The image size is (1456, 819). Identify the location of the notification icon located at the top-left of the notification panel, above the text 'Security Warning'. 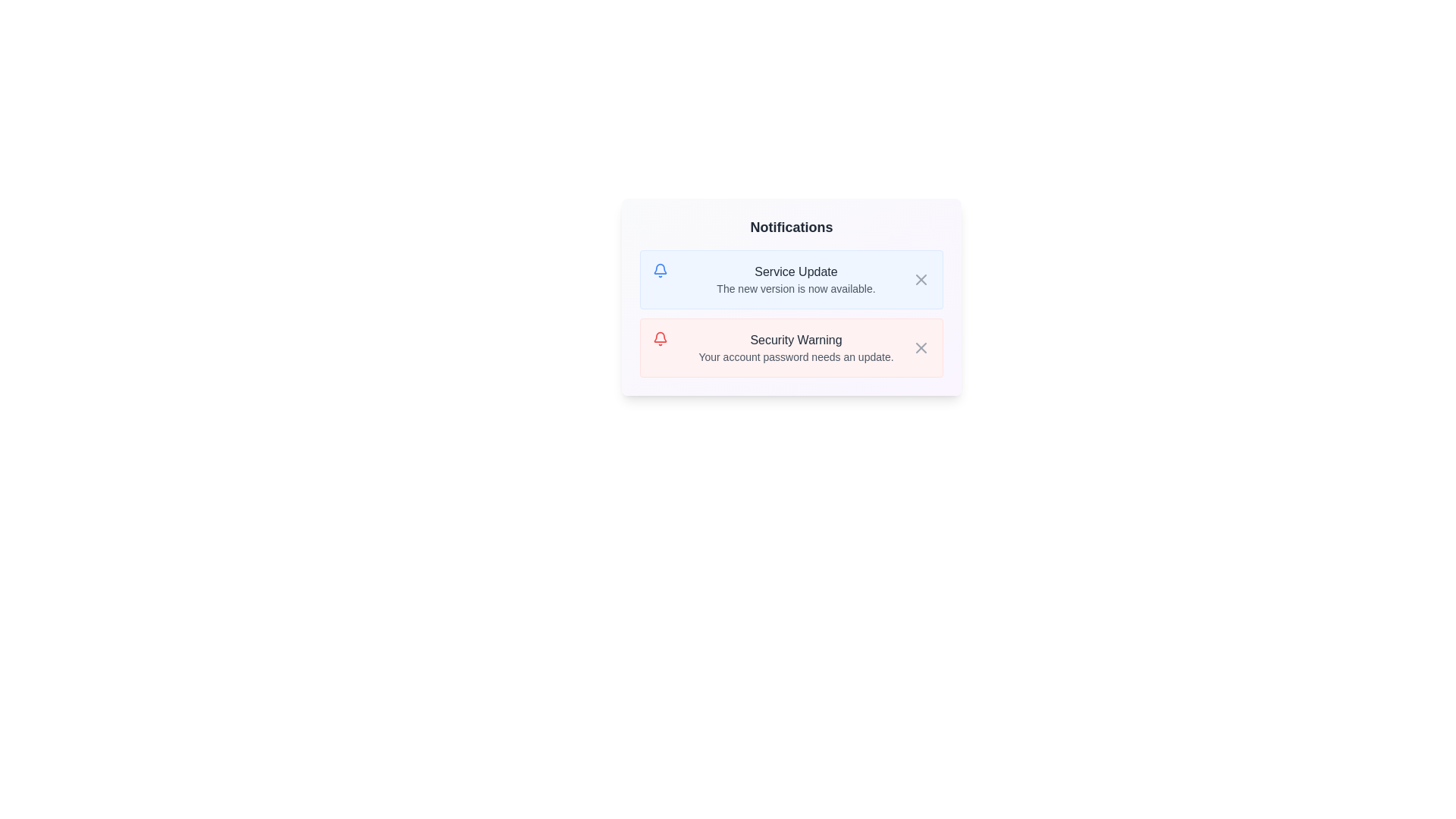
(660, 270).